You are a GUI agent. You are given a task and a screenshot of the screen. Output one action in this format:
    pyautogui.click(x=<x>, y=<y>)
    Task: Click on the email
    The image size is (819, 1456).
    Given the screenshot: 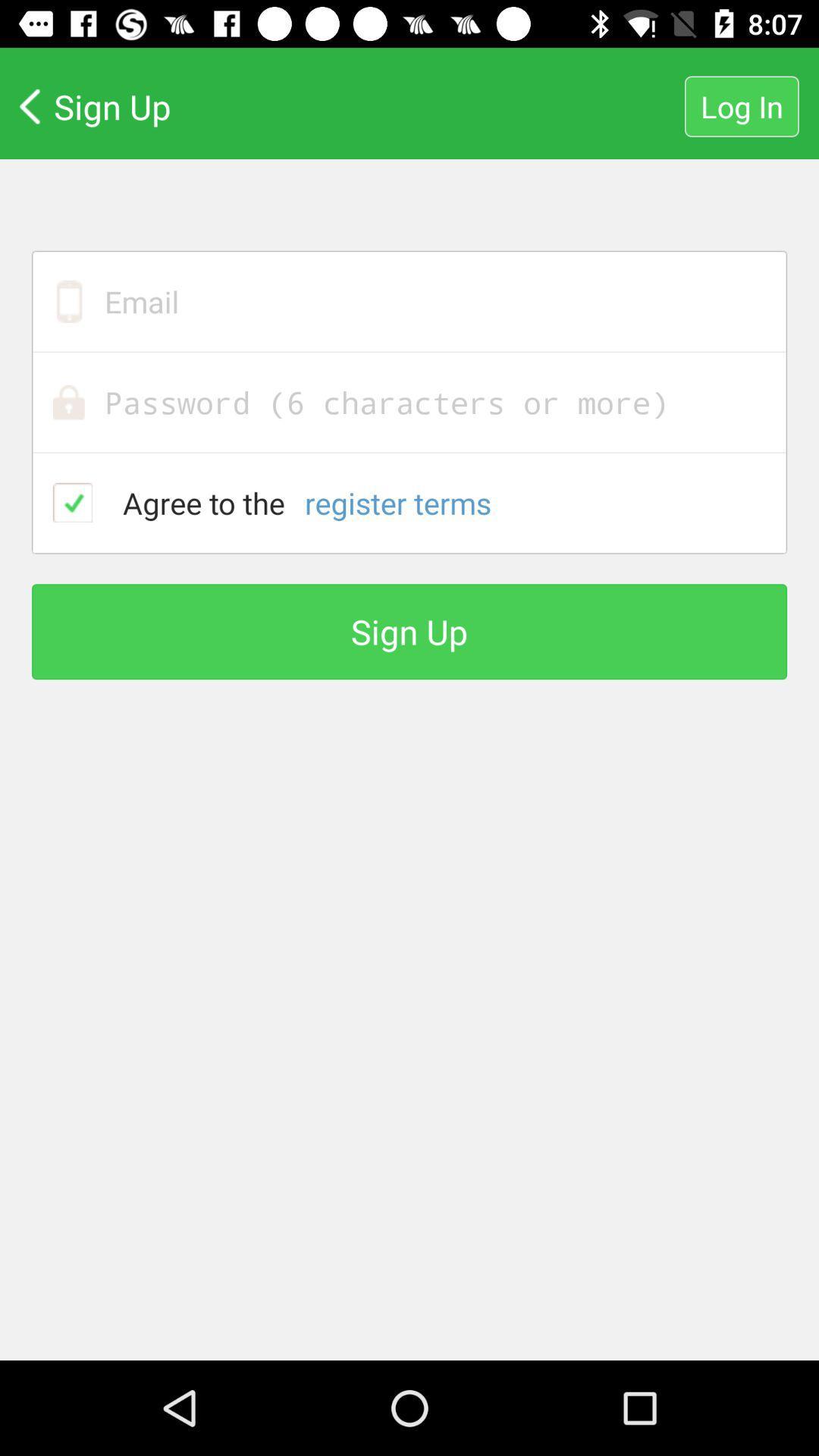 What is the action you would take?
    pyautogui.click(x=409, y=301)
    